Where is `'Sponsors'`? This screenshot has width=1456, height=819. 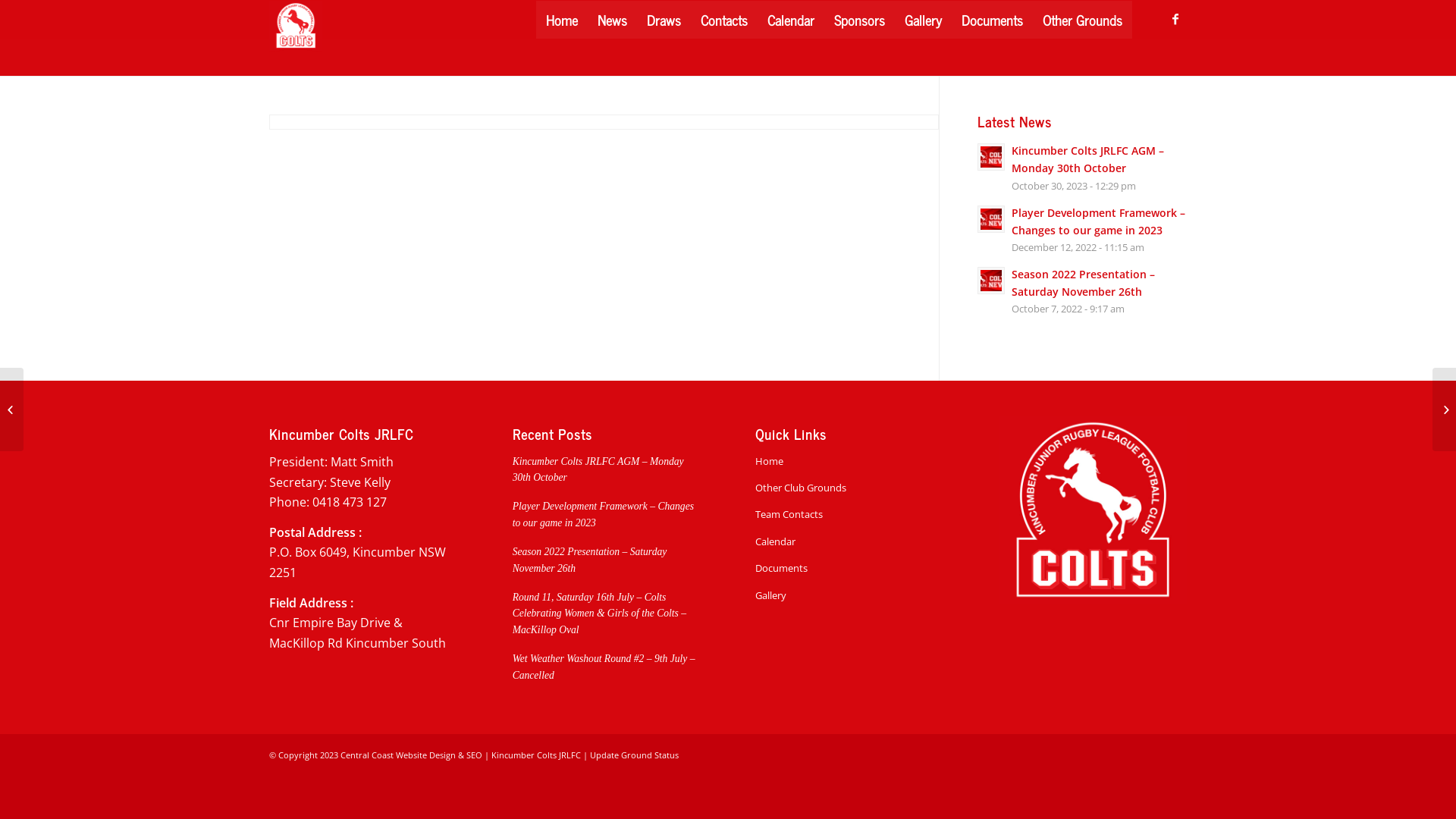 'Sponsors' is located at coordinates (823, 20).